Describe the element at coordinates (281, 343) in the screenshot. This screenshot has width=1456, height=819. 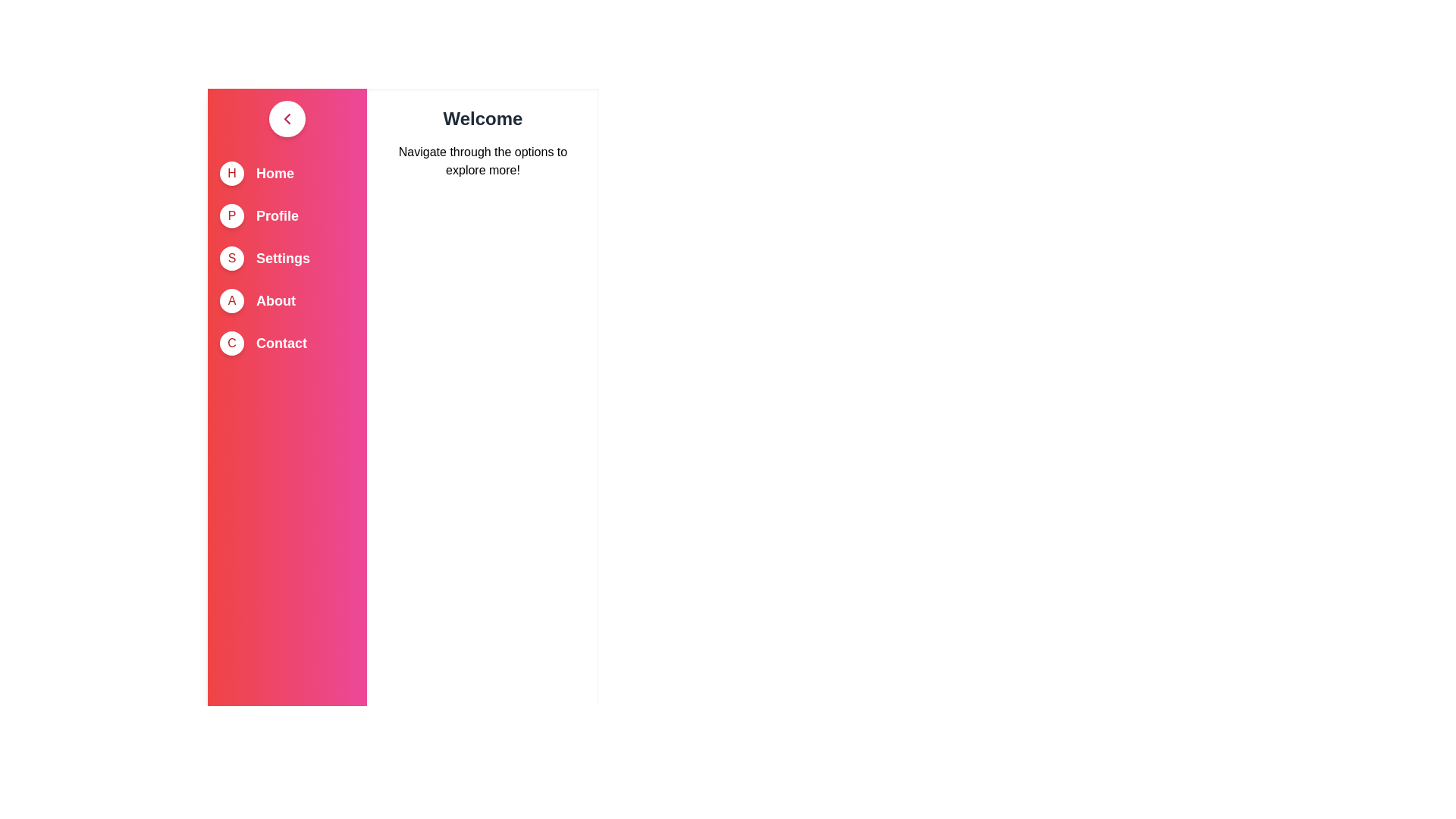
I see `the menu item Contact` at that location.